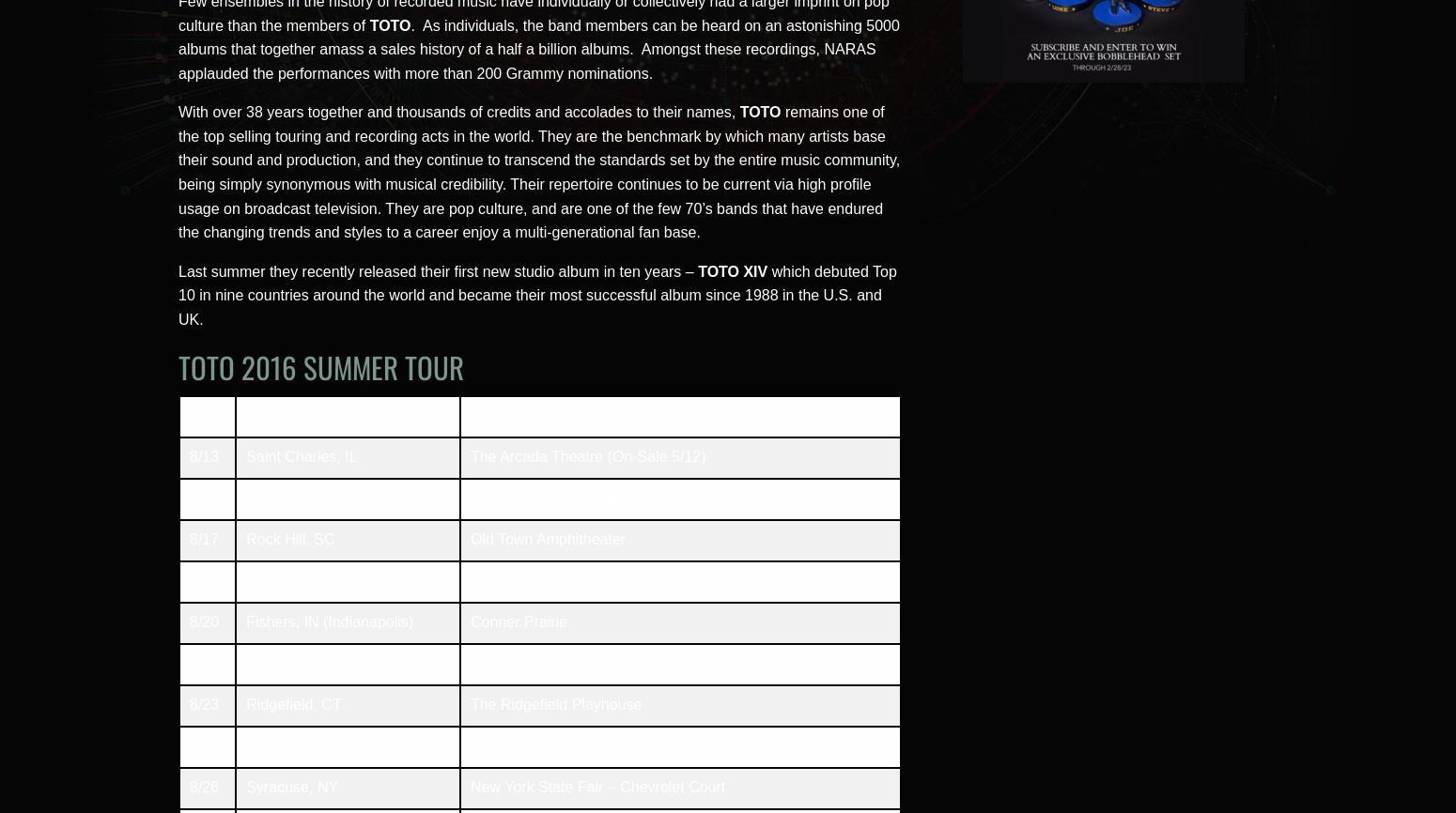  Describe the element at coordinates (188, 703) in the screenshot. I see `'8/23'` at that location.